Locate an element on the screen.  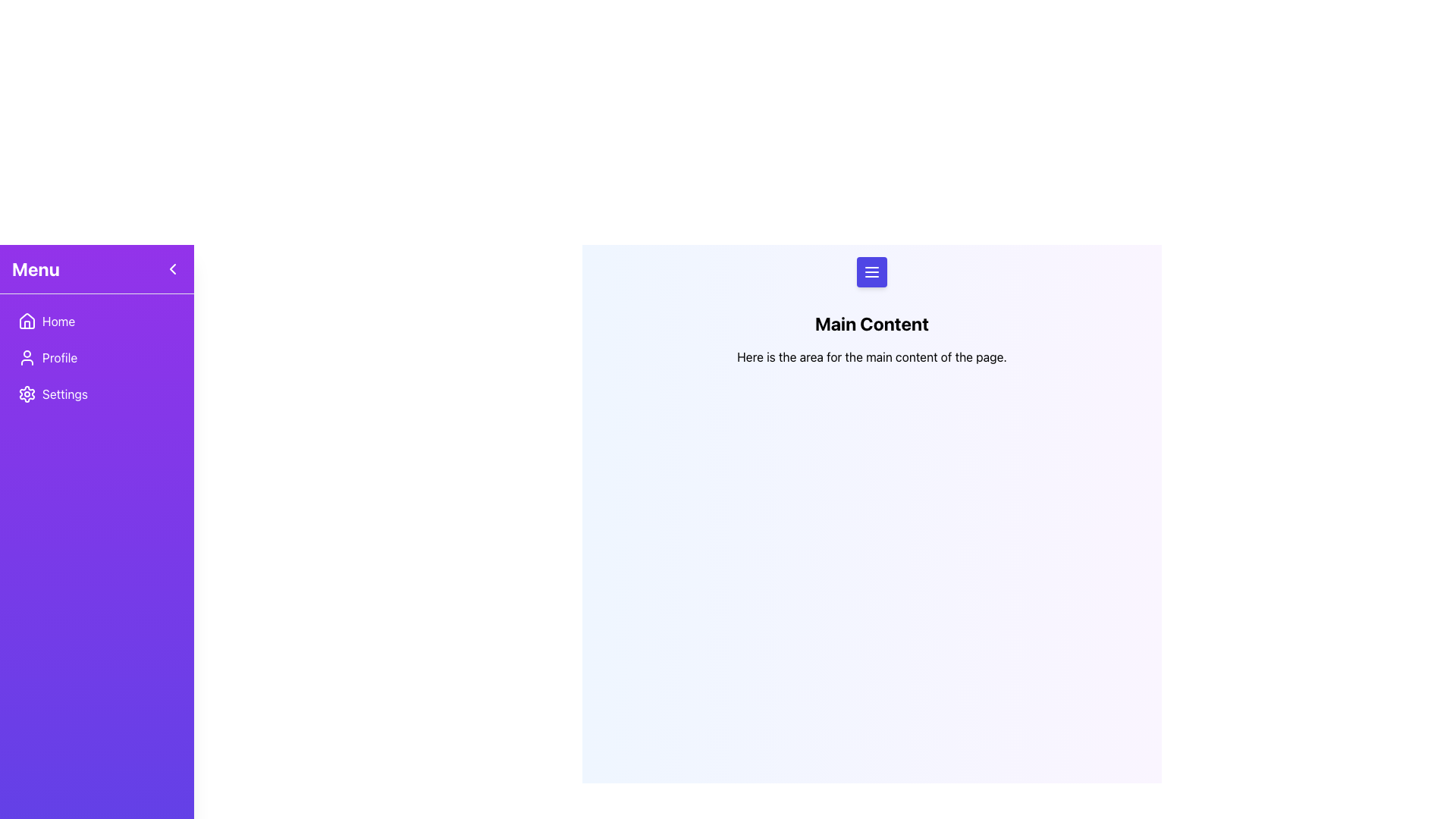
the Profile icon located in the left vertical menu bar is located at coordinates (27, 357).